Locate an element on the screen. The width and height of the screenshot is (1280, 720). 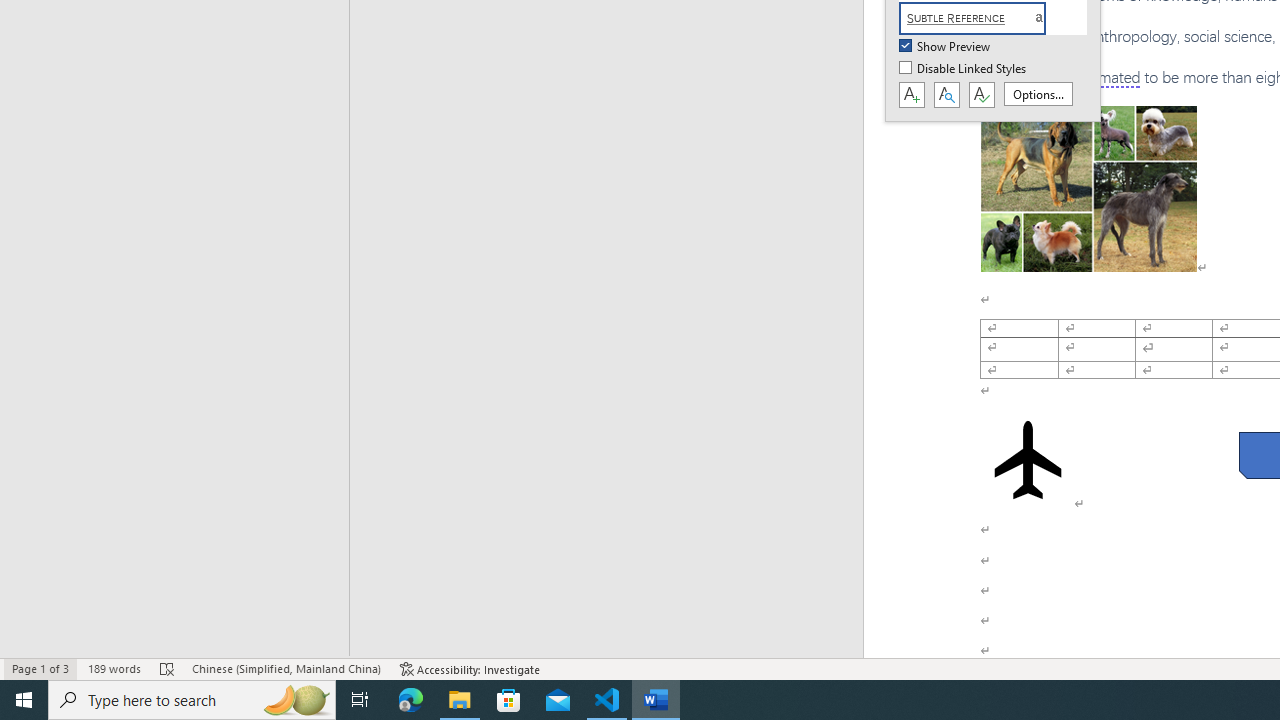
'Subtle Reference' is located at coordinates (984, 18).